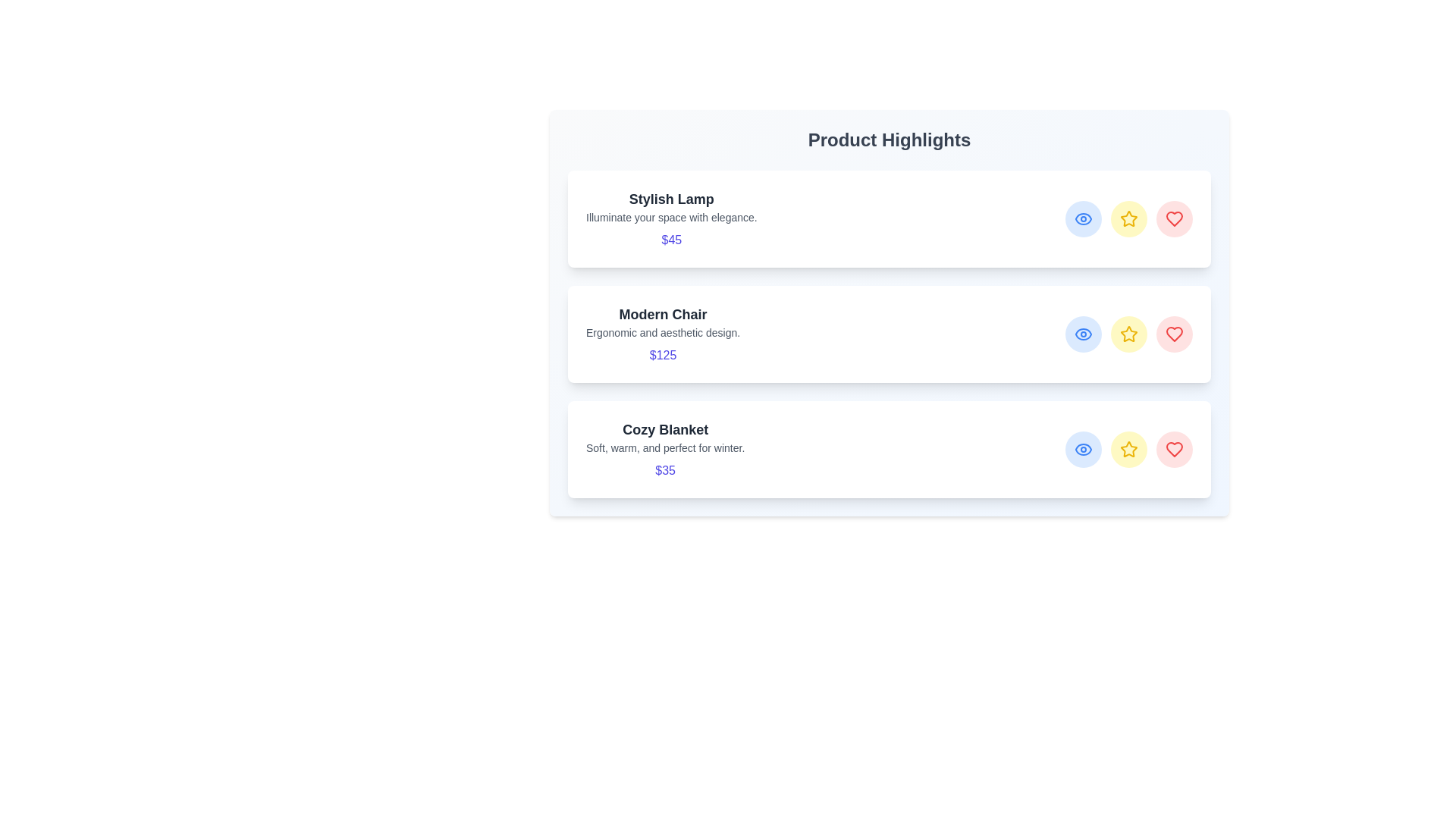 The image size is (1456, 819). Describe the element at coordinates (1174, 449) in the screenshot. I see `the like button for the Cozy Blanket product` at that location.